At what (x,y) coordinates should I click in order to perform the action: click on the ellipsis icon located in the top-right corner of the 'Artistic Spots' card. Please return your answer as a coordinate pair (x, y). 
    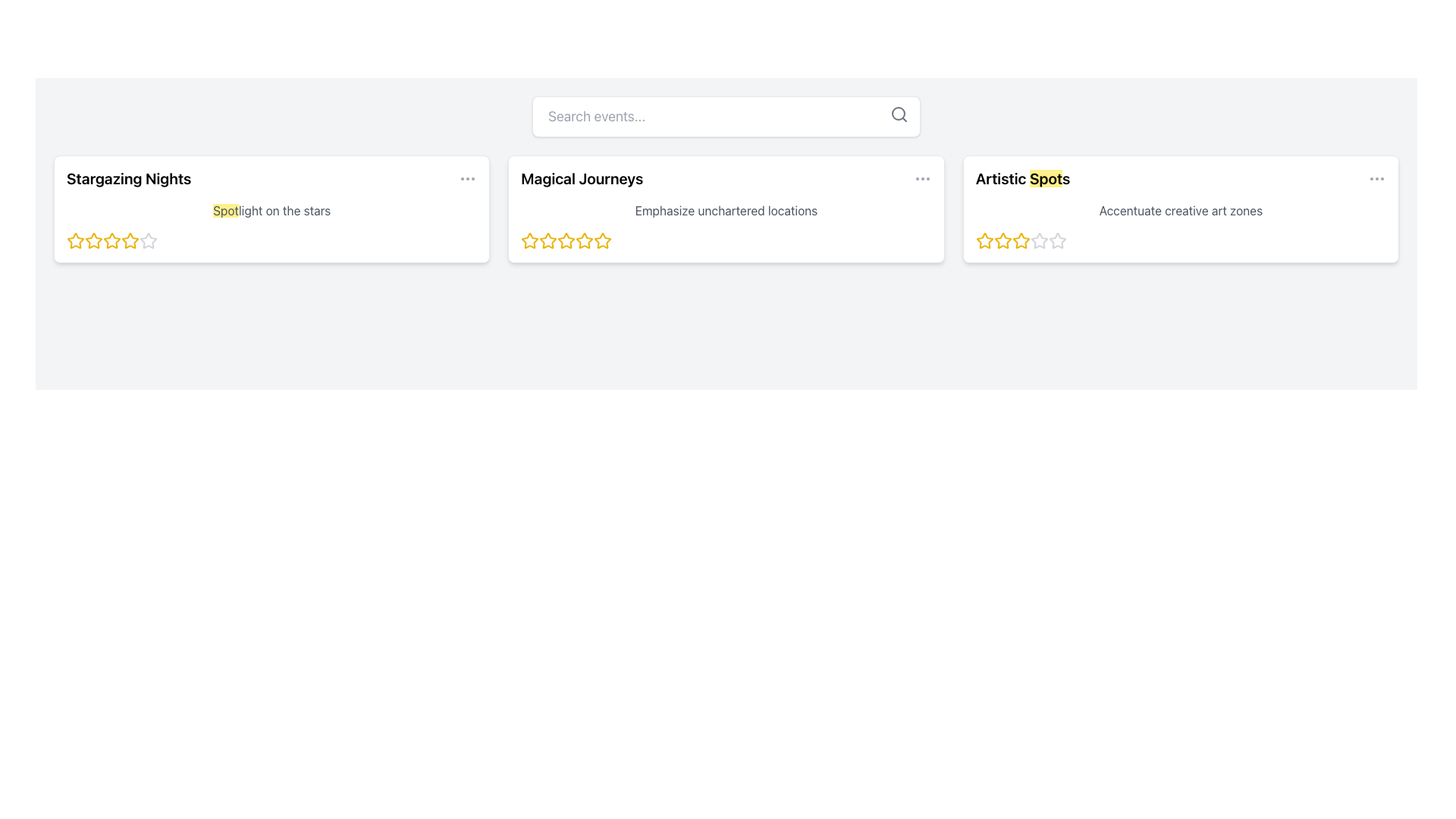
    Looking at the image, I should click on (1376, 177).